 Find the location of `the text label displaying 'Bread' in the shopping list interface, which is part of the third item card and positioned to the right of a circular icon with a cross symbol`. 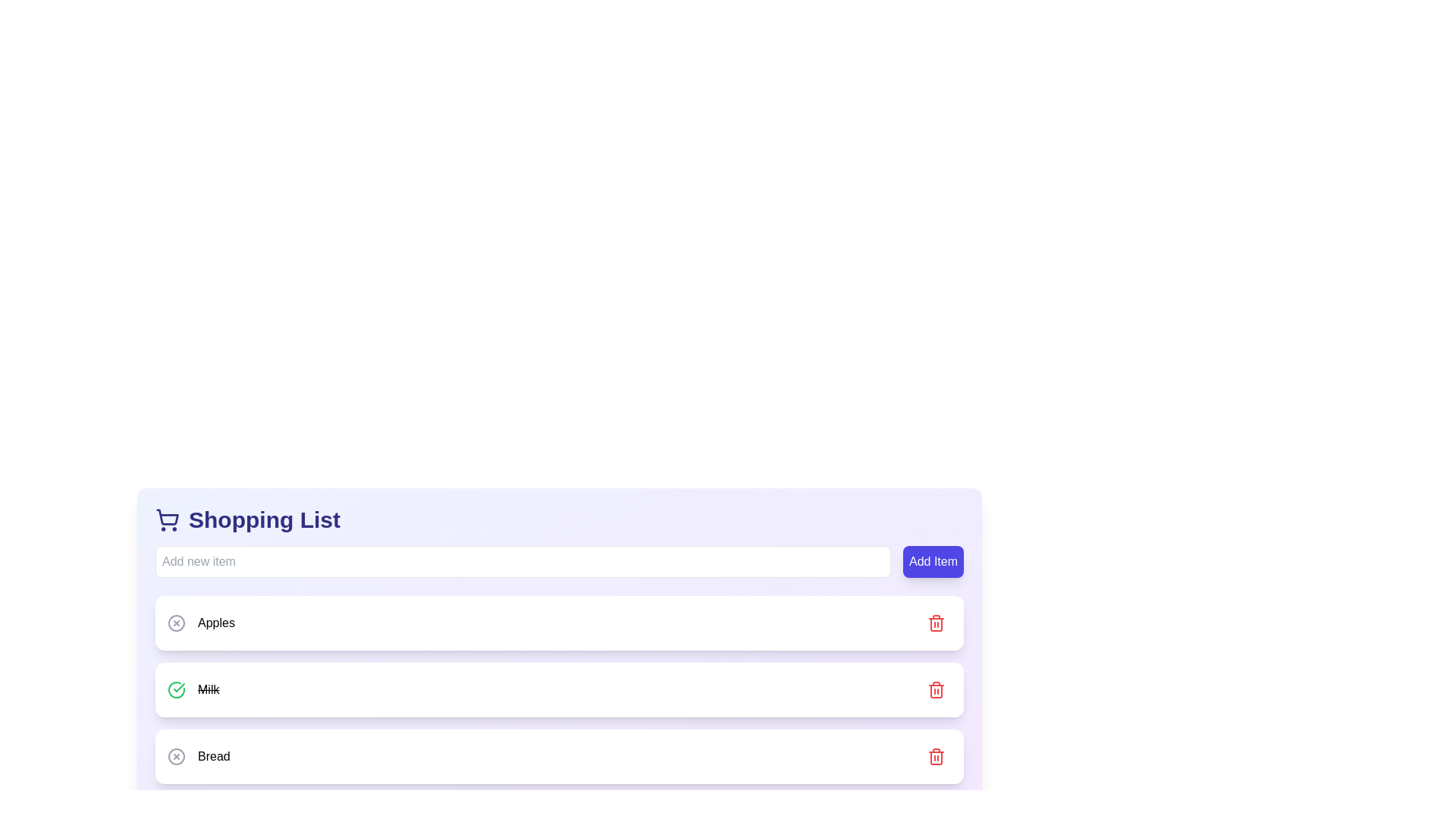

the text label displaying 'Bread' in the shopping list interface, which is part of the third item card and positioned to the right of a circular icon with a cross symbol is located at coordinates (198, 757).